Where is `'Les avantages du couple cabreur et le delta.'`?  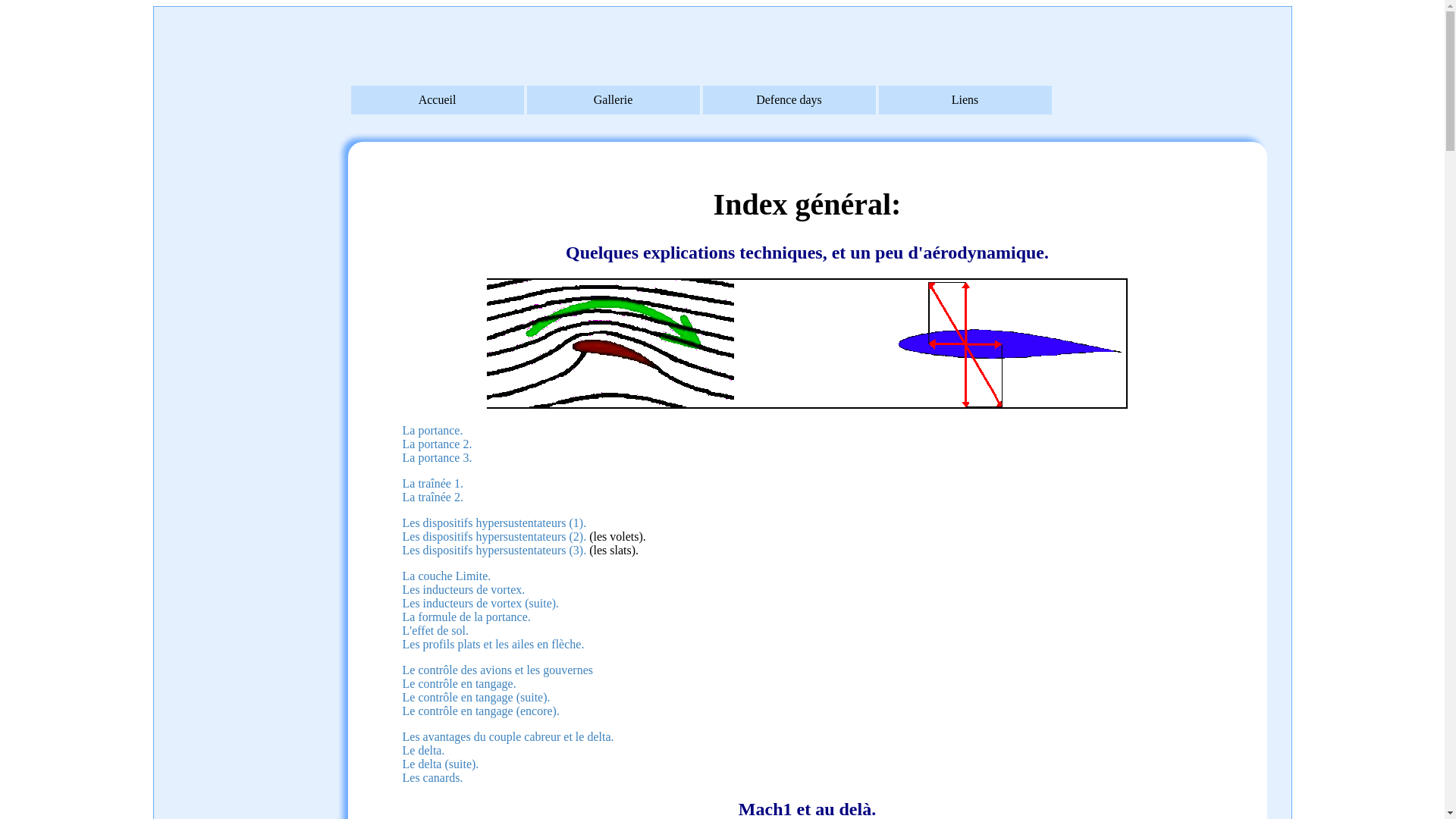
'Les avantages du couple cabreur et le delta.' is located at coordinates (507, 735).